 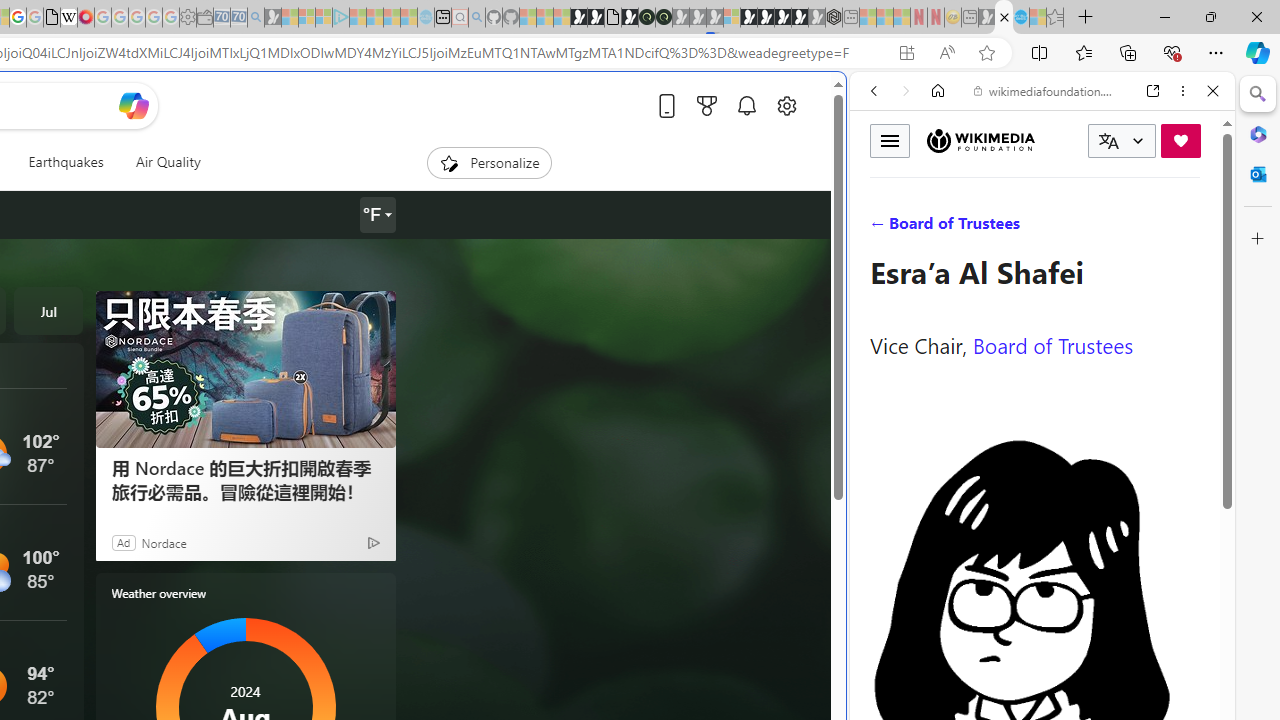 I want to click on 'Open settings', so click(x=785, y=105).